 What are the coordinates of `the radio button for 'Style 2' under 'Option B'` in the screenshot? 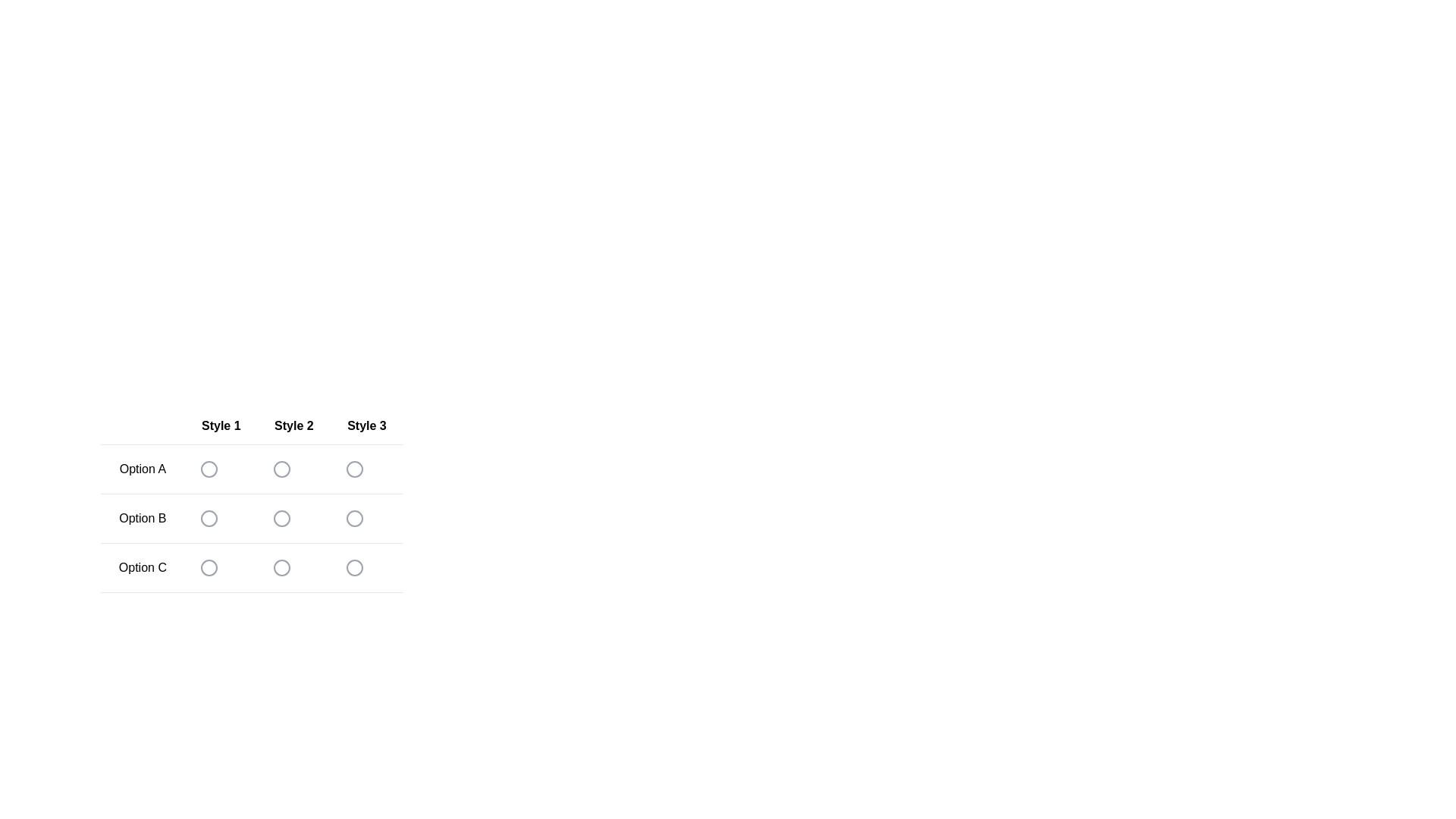 It's located at (281, 517).